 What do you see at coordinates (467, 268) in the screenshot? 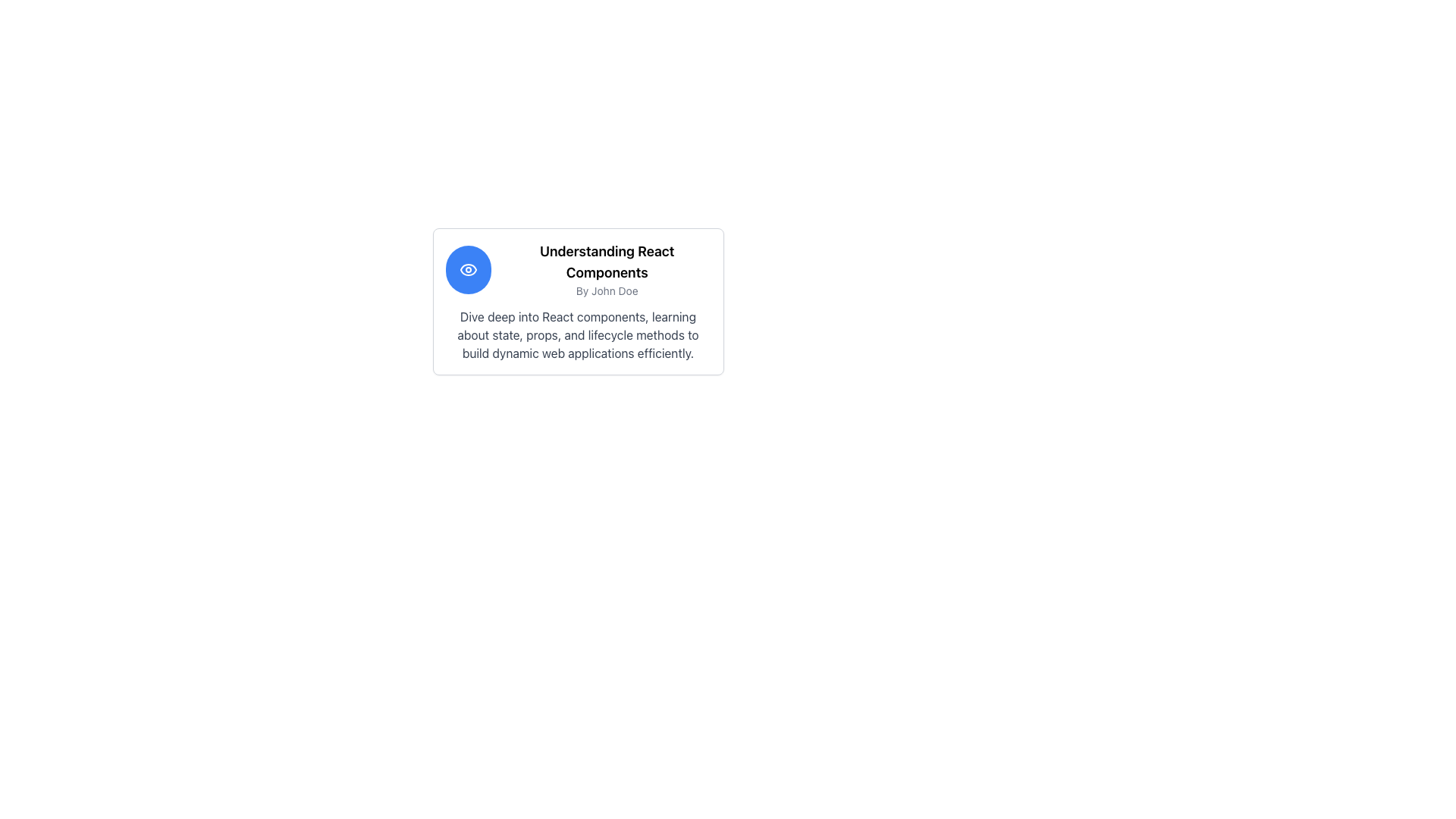
I see `the eye icon element styled as an SVG graphic, located within a blue circular button at the top-left corner of the 'Understanding React Components' card` at bounding box center [467, 268].